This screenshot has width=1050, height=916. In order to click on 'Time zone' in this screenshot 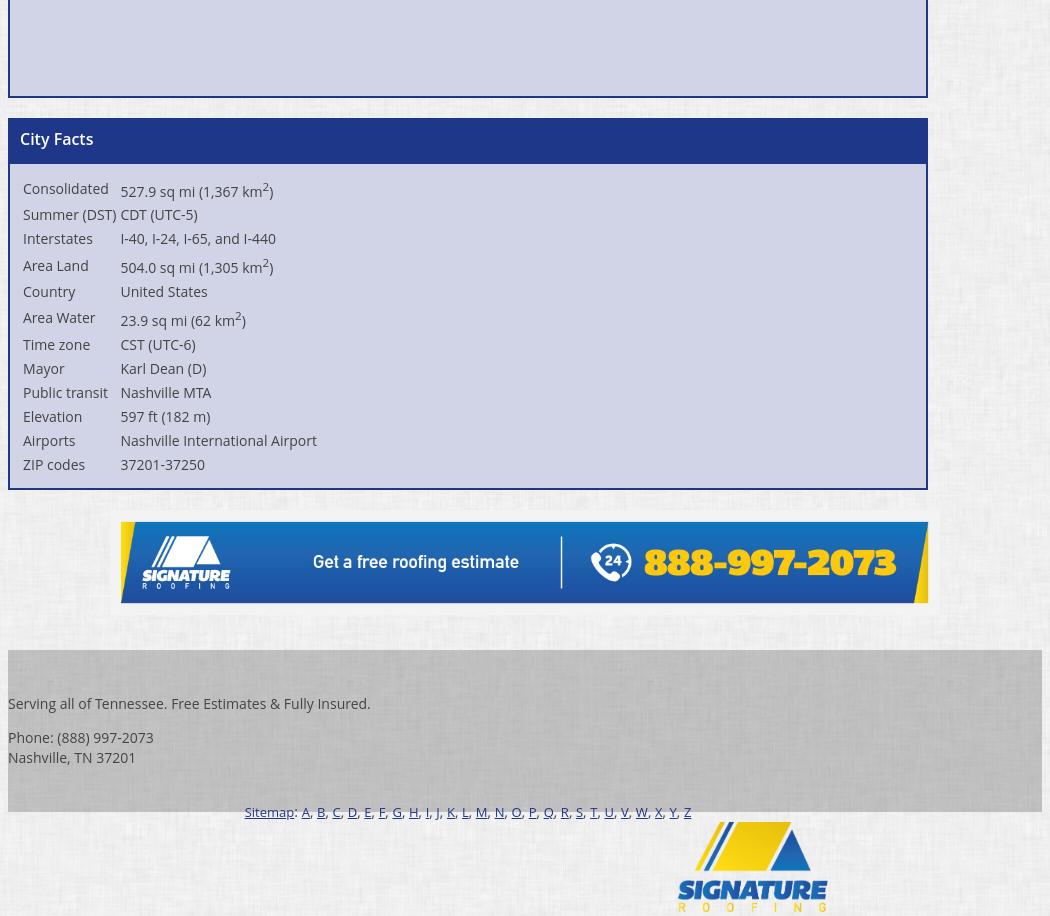, I will do `click(55, 342)`.